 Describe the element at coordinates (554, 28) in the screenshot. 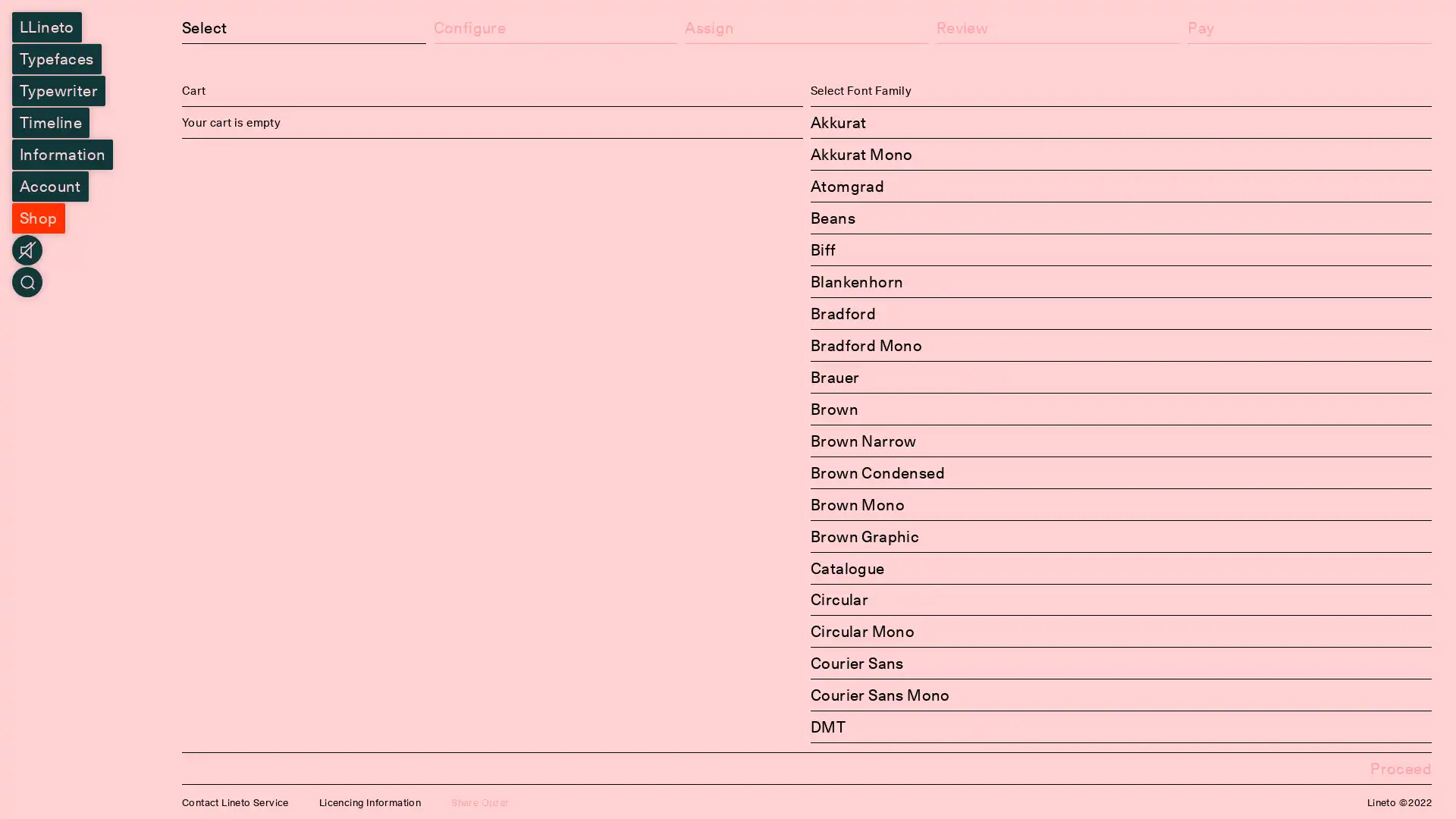

I see `Configure` at that location.